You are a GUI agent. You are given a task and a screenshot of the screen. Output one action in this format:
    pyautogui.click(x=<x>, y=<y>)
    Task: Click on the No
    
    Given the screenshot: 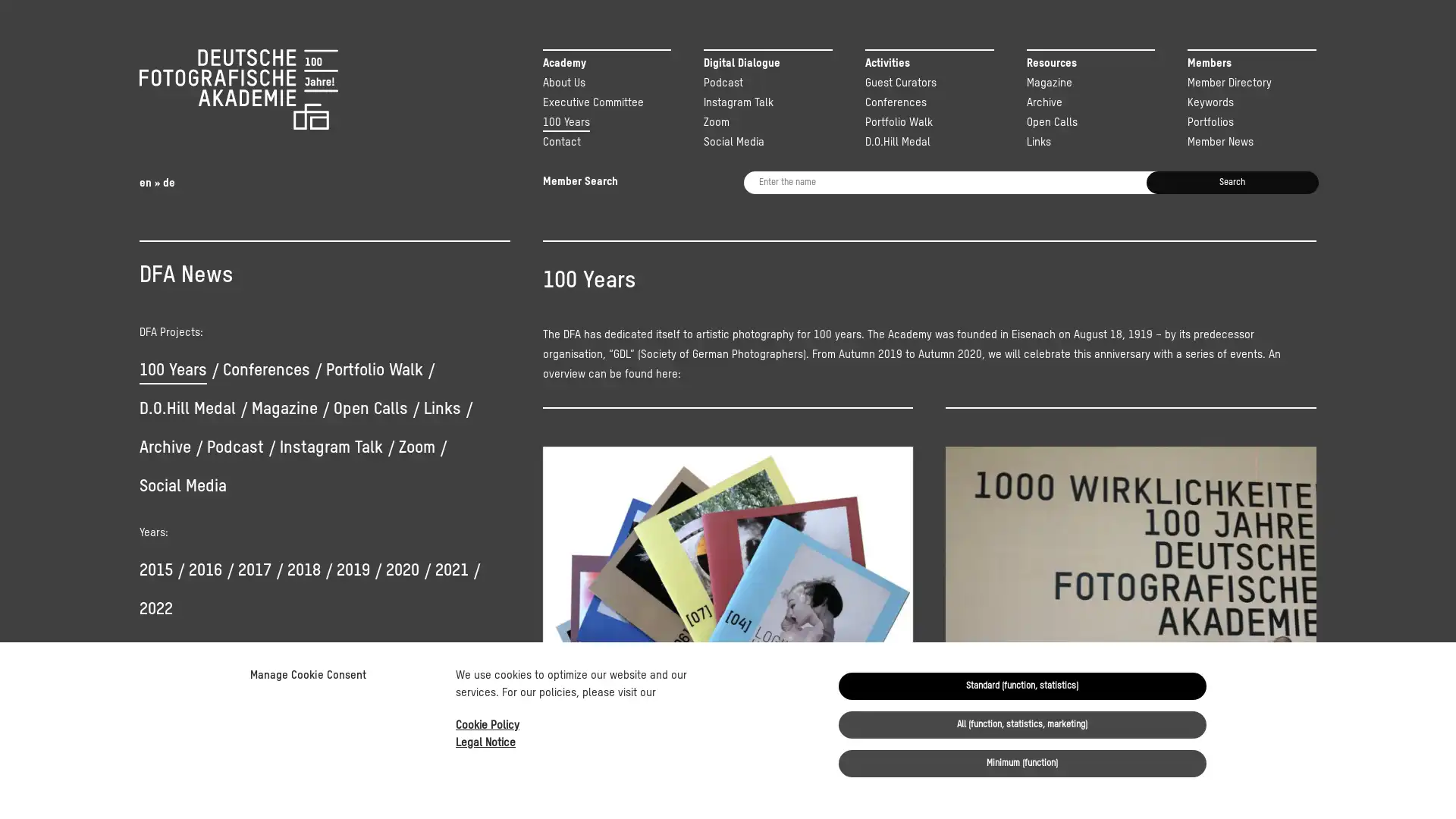 What is the action you would take?
    pyautogui.click(x=184, y=693)
    